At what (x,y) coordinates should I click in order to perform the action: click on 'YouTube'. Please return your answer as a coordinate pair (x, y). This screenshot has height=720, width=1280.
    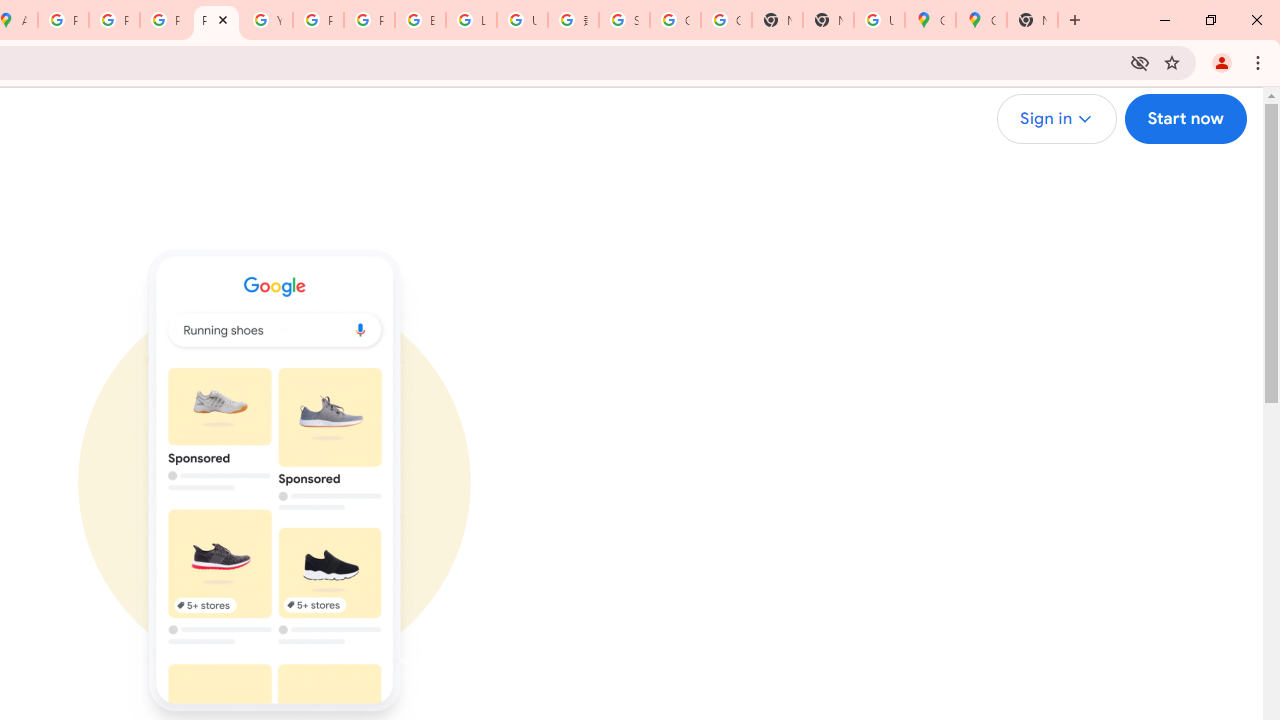
    Looking at the image, I should click on (266, 20).